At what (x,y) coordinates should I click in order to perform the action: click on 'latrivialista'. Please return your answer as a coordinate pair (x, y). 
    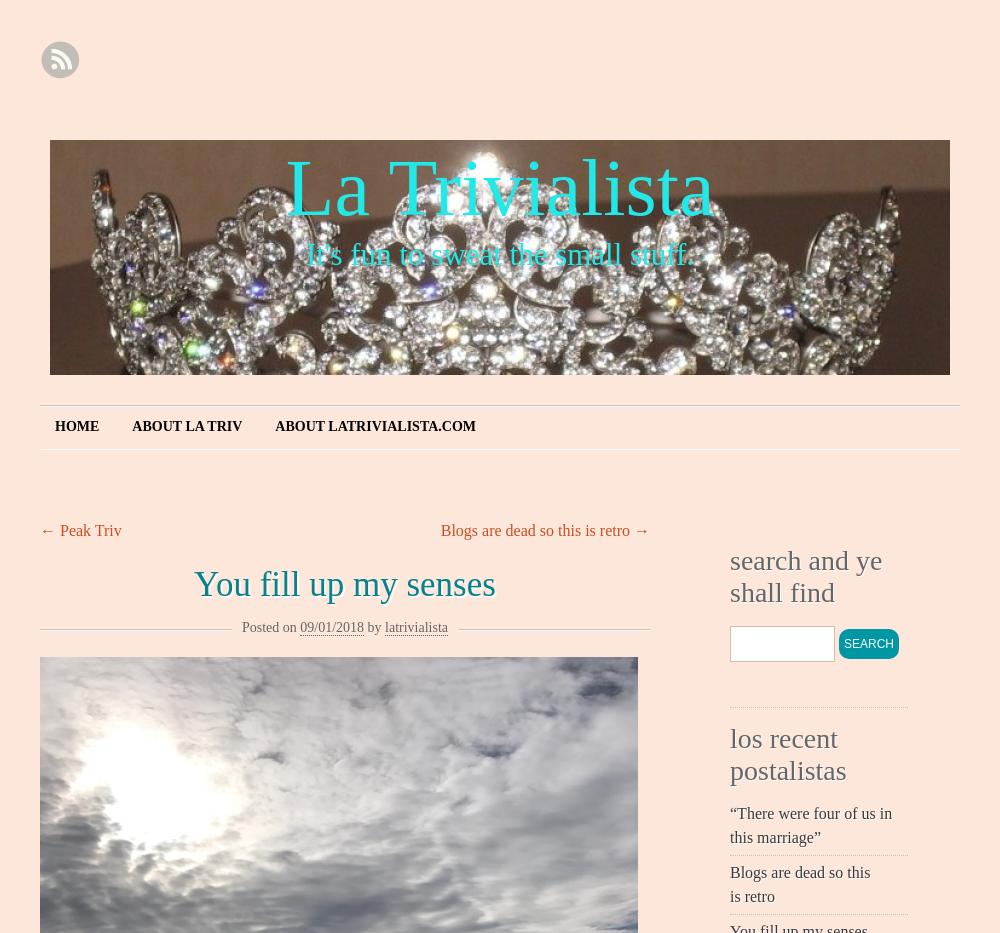
    Looking at the image, I should click on (416, 625).